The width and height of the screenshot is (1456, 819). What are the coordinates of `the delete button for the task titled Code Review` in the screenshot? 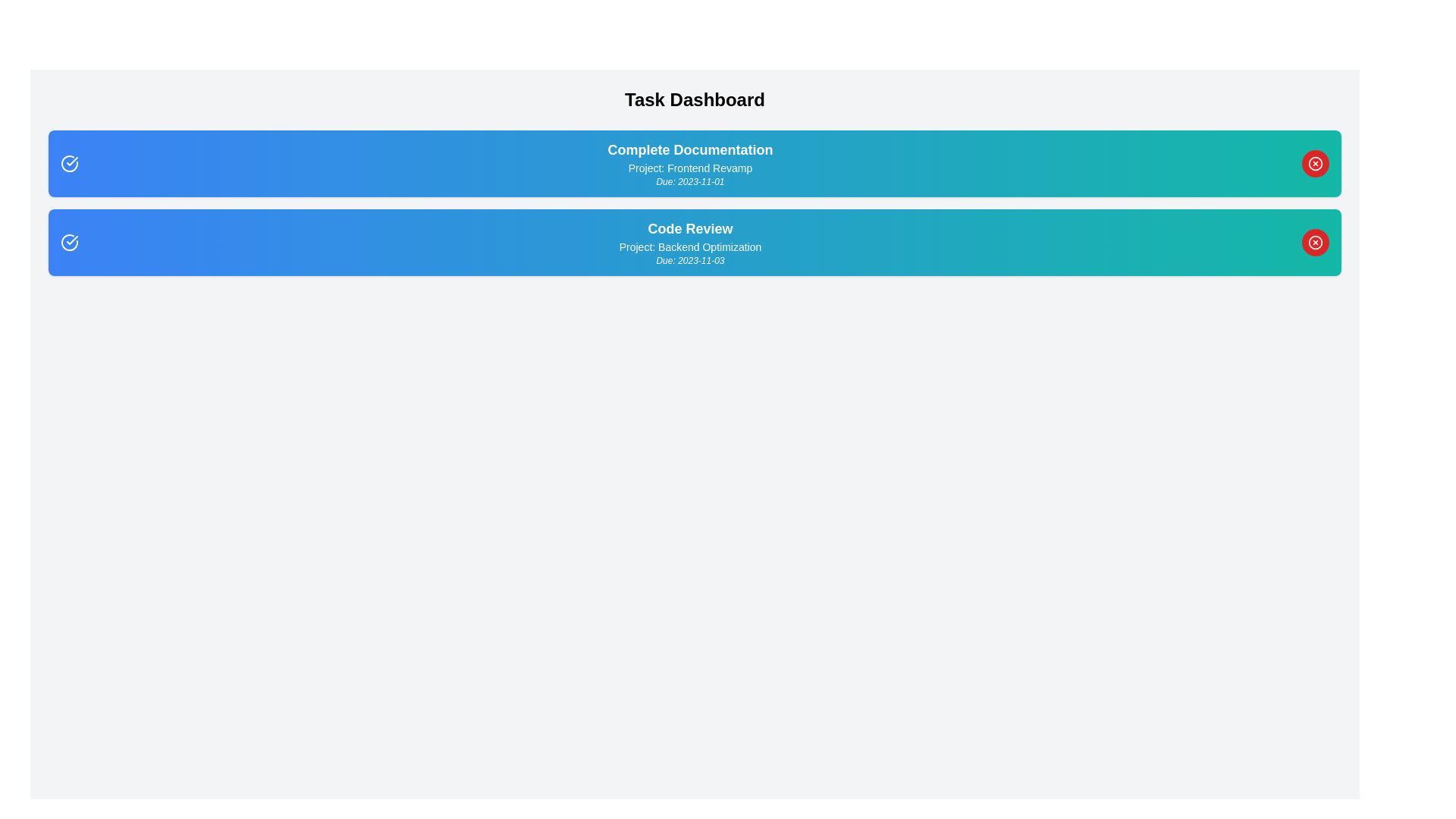 It's located at (1314, 242).